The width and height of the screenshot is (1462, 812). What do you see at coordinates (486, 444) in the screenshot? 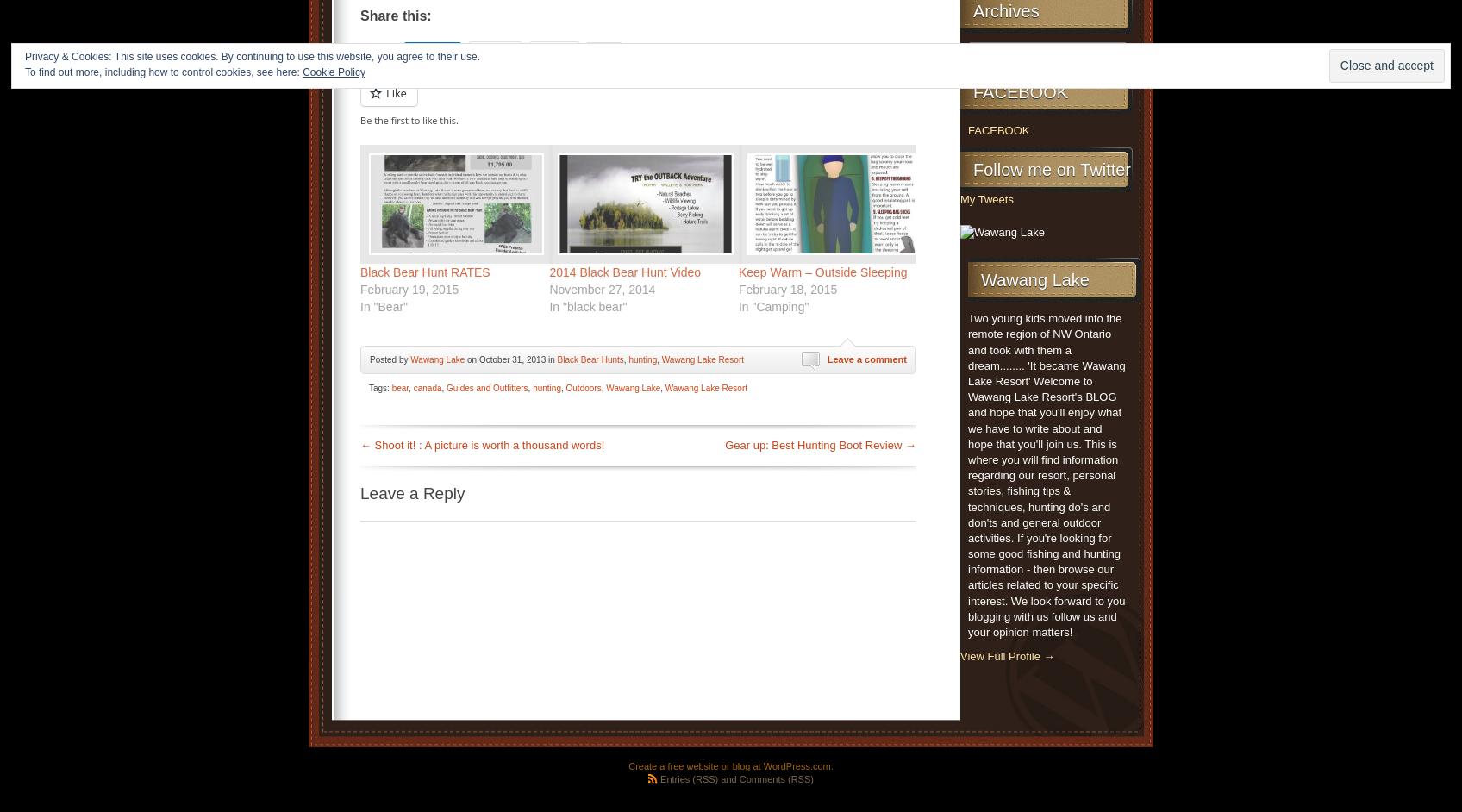
I see `'Shoot it! : A picture is worth a thousand words!'` at bounding box center [486, 444].